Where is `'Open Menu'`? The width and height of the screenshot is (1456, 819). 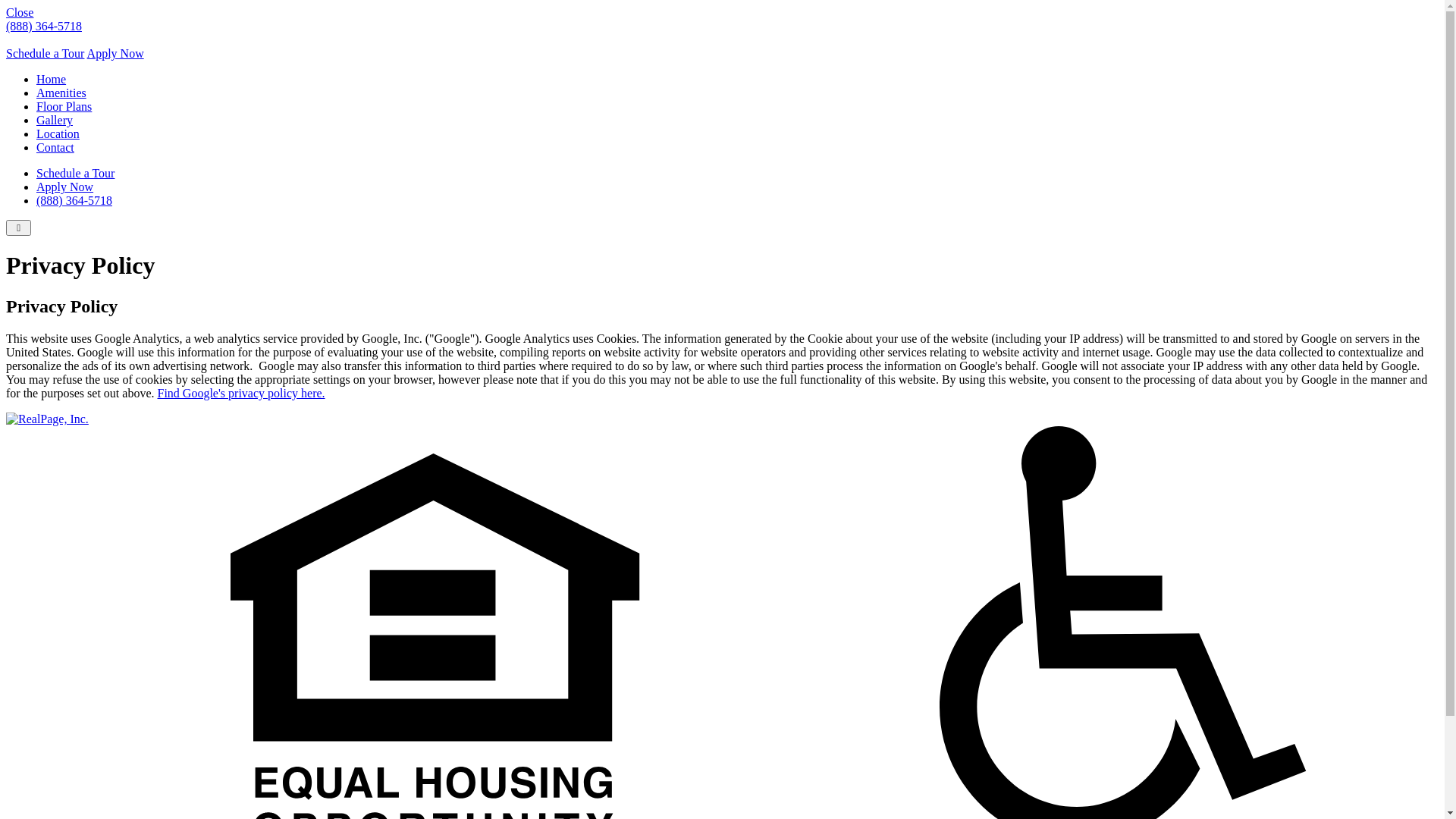 'Open Menu' is located at coordinates (18, 227).